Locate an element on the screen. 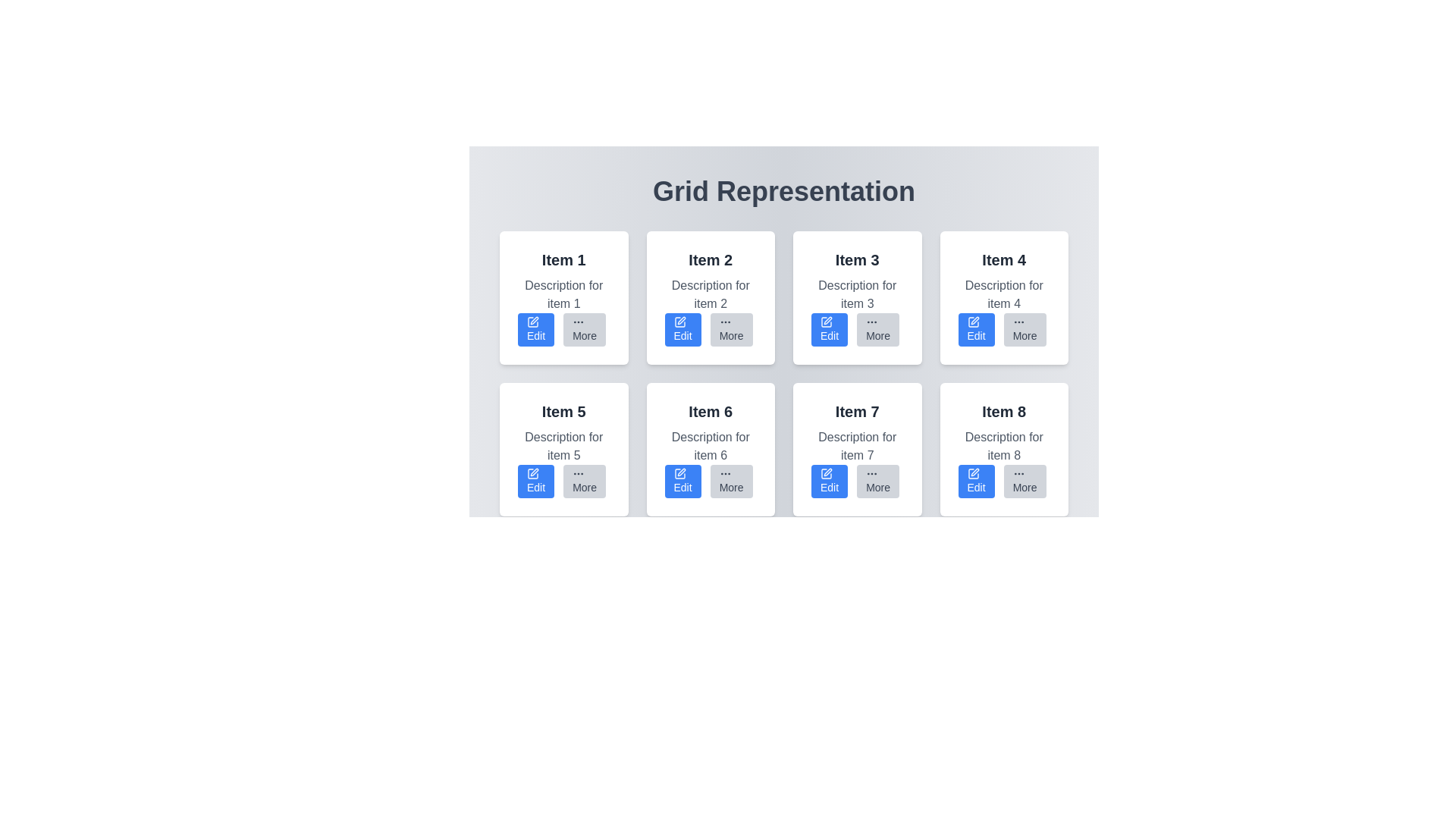 The width and height of the screenshot is (1456, 819). the graphic icon component representing the editing tool located inside the 'Edit' button of the second item in the grid layout is located at coordinates (679, 321).